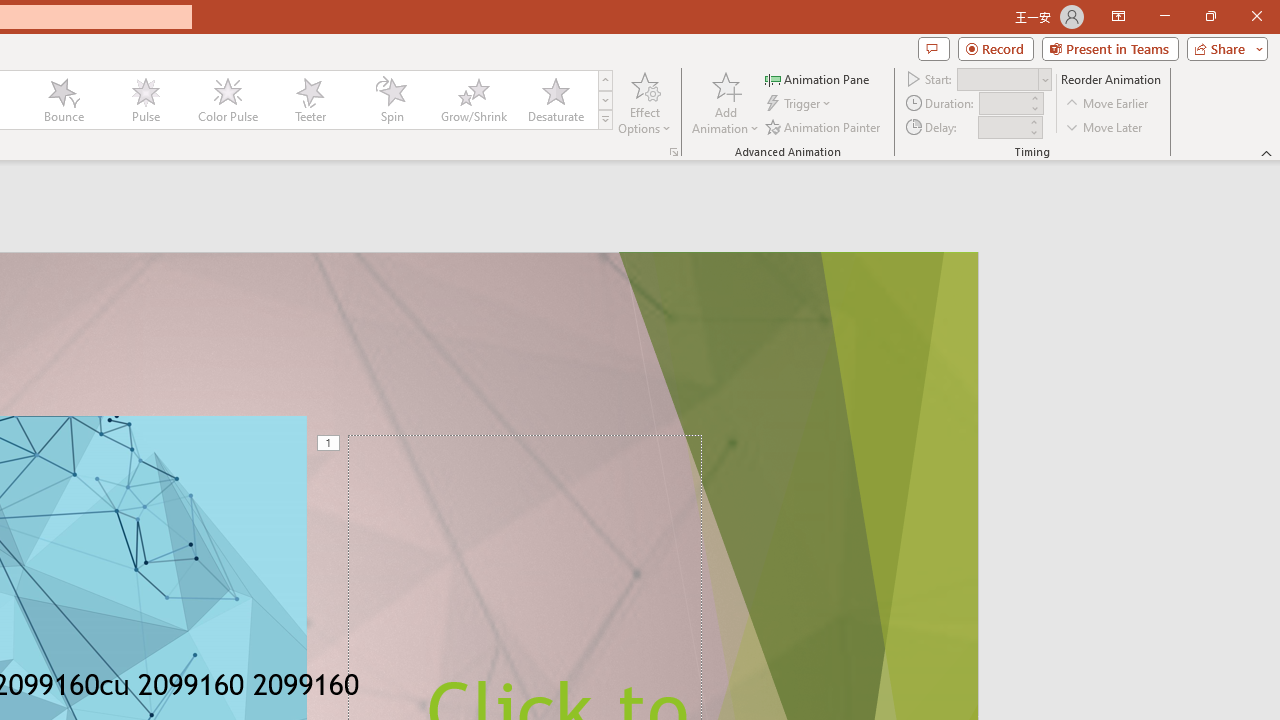 This screenshot has width=1280, height=720. Describe the element at coordinates (1002, 127) in the screenshot. I see `'Animation Delay'` at that location.